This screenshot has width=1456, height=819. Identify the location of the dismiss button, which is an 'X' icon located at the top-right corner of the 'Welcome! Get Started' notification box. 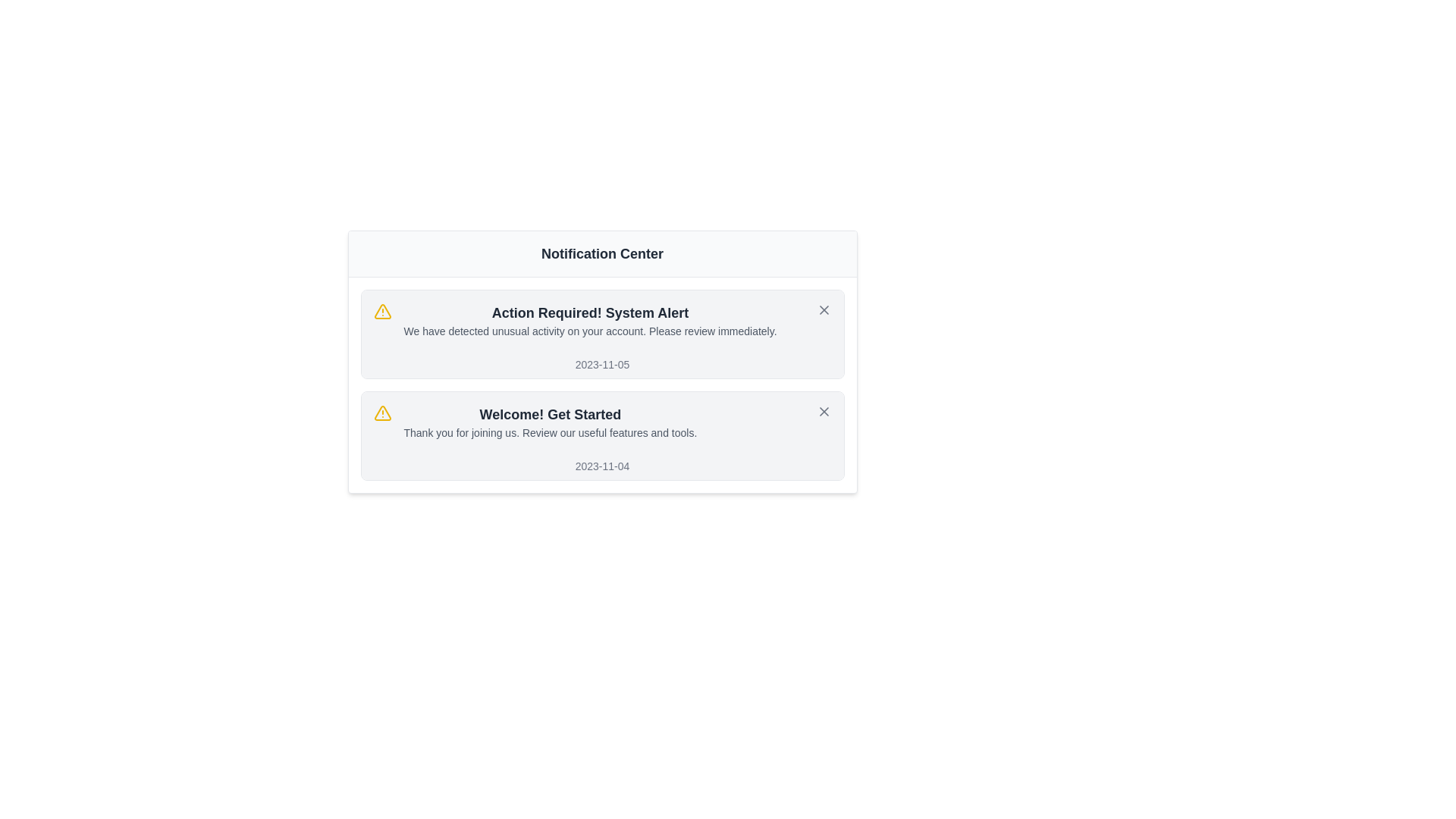
(823, 412).